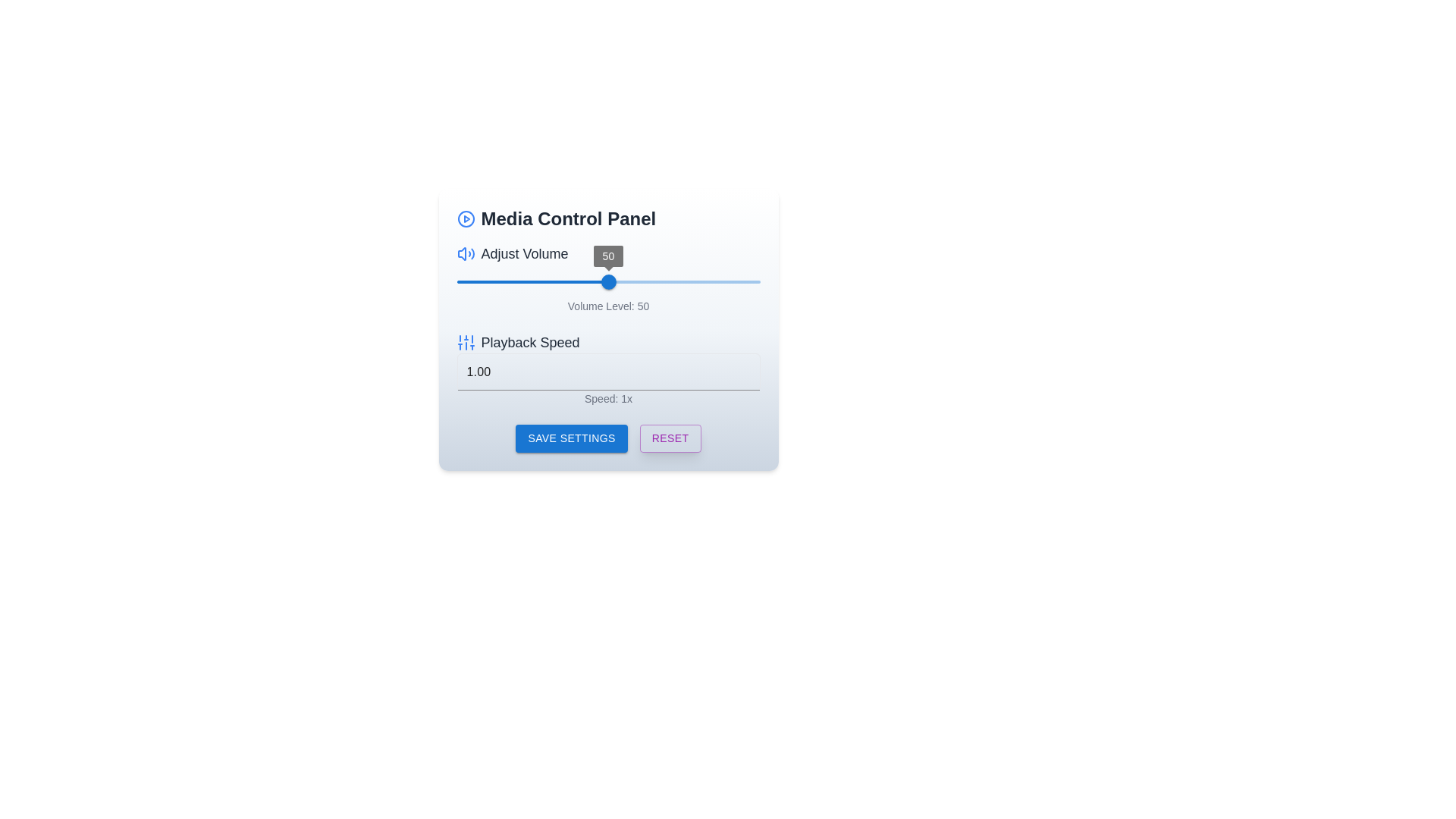  Describe the element at coordinates (608, 372) in the screenshot. I see `the numeric input field displaying '1.00' in the 'Playback Speed' section` at that location.